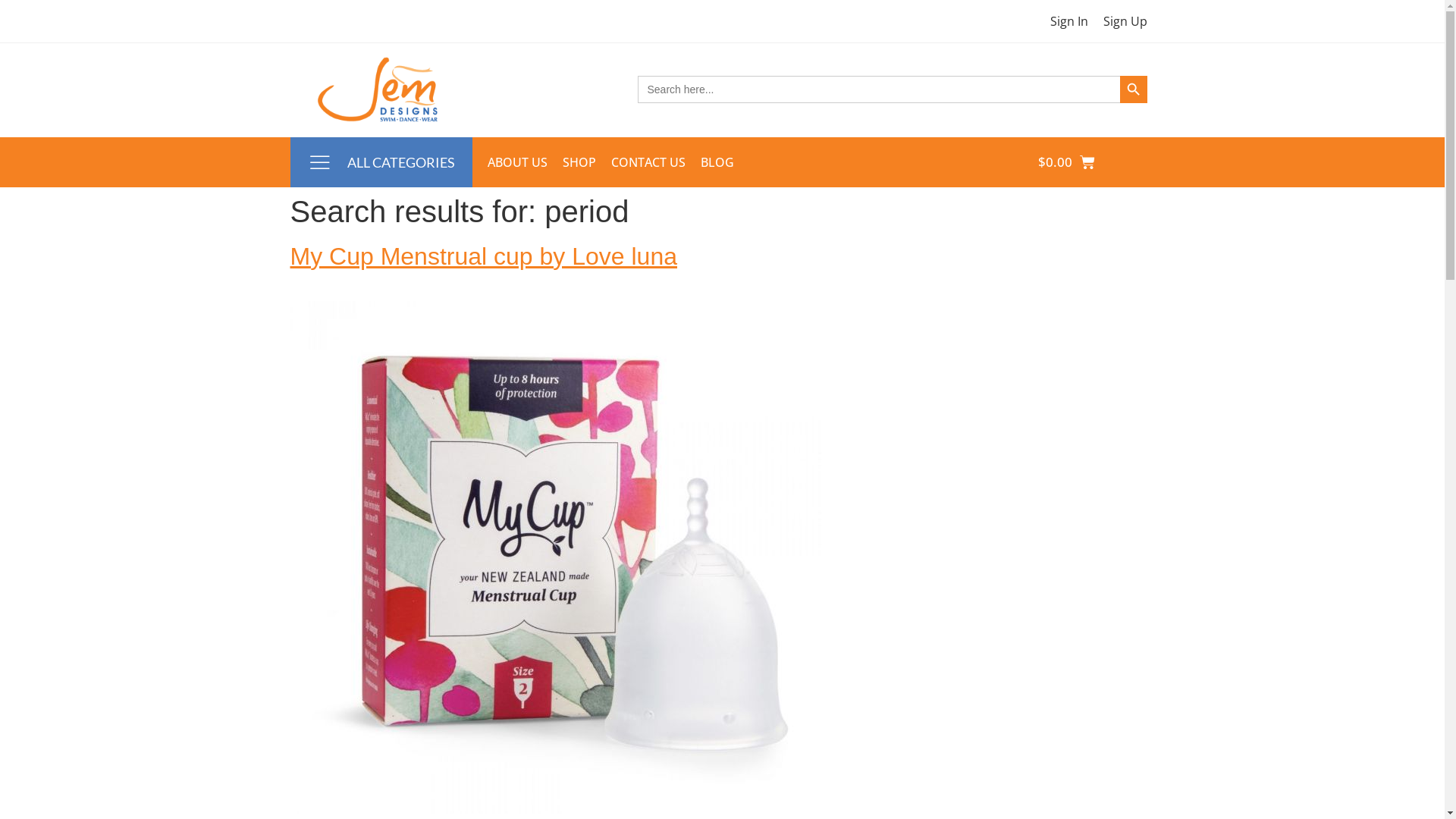 This screenshot has height=819, width=1456. Describe the element at coordinates (1019, 162) in the screenshot. I see `'$0.00'` at that location.